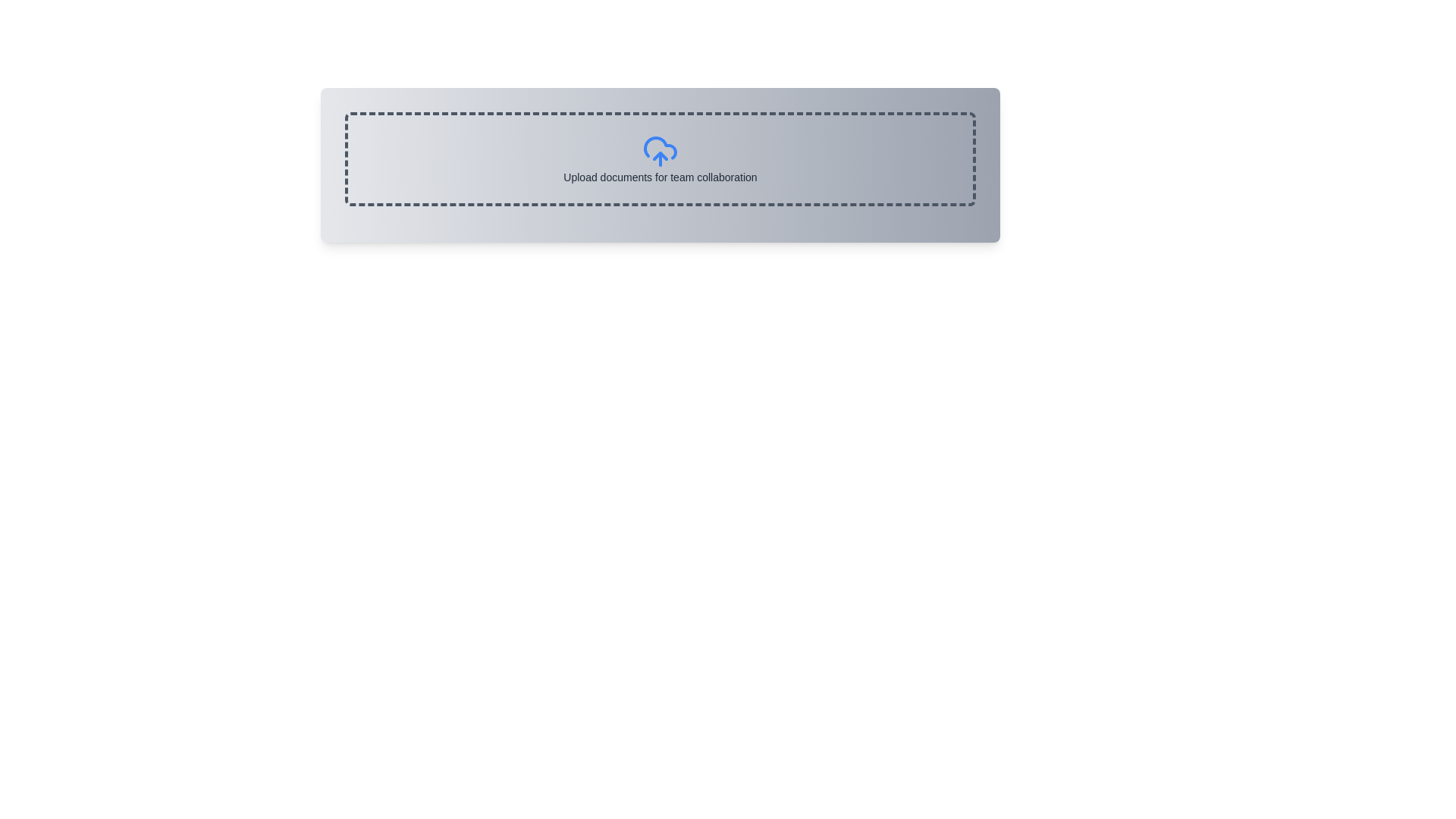 The height and width of the screenshot is (819, 1456). What do you see at coordinates (660, 158) in the screenshot?
I see `the cloud icon in the call-to-action element that prompts 'Upload documents for team collaboration' to initiate the document upload process` at bounding box center [660, 158].